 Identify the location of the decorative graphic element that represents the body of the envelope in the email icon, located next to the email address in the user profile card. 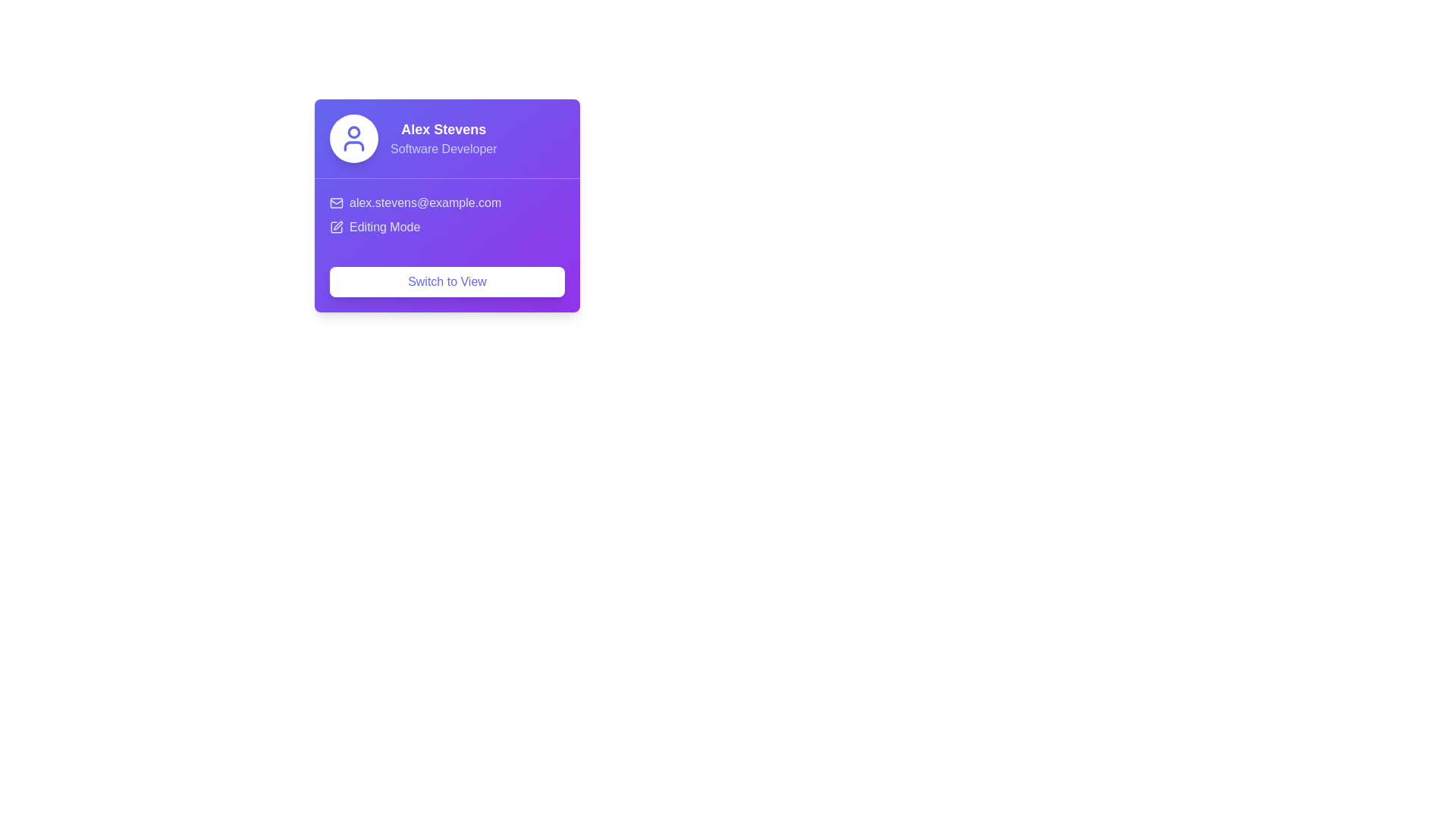
(336, 202).